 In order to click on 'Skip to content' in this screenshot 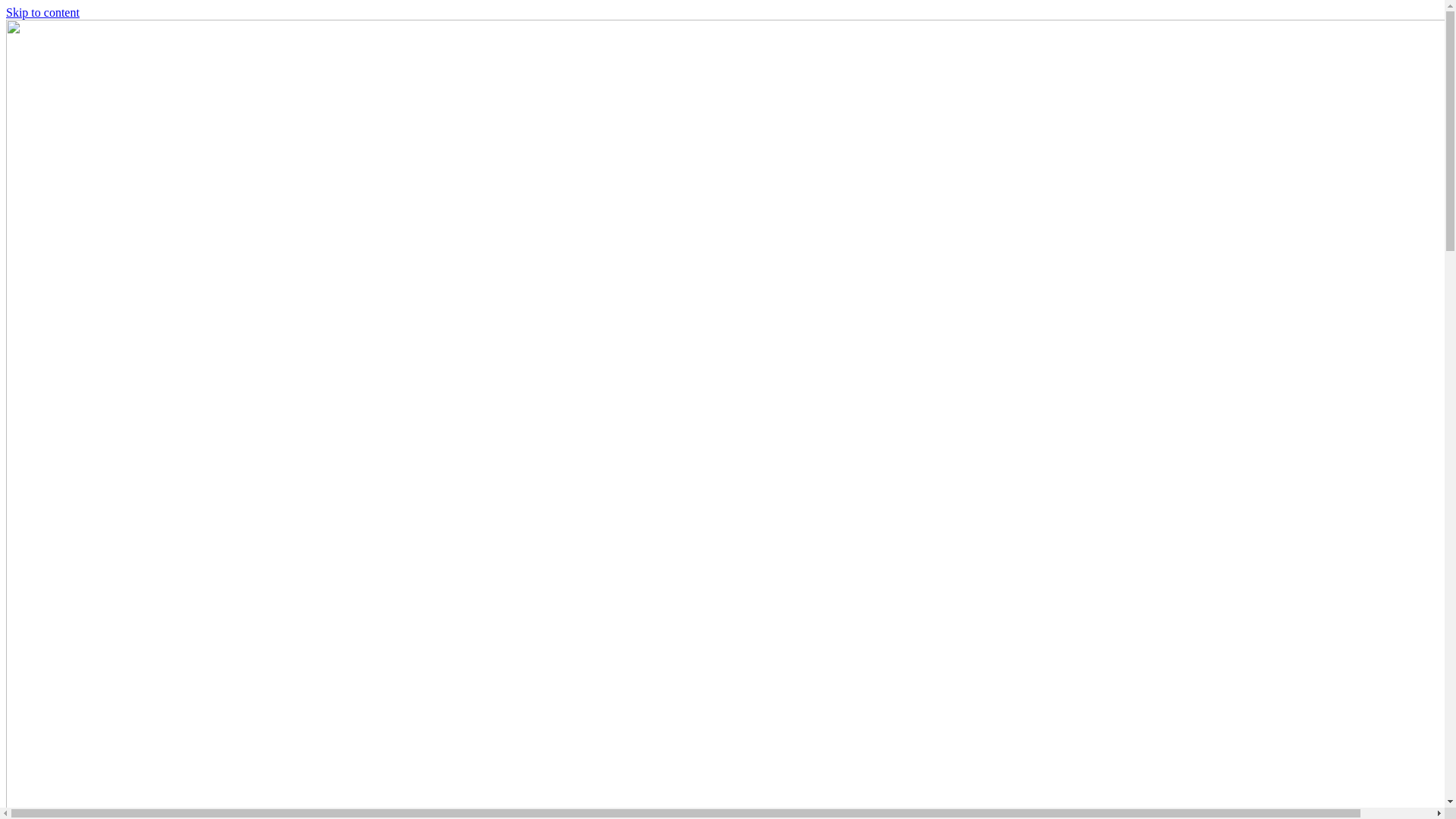, I will do `click(42, 12)`.